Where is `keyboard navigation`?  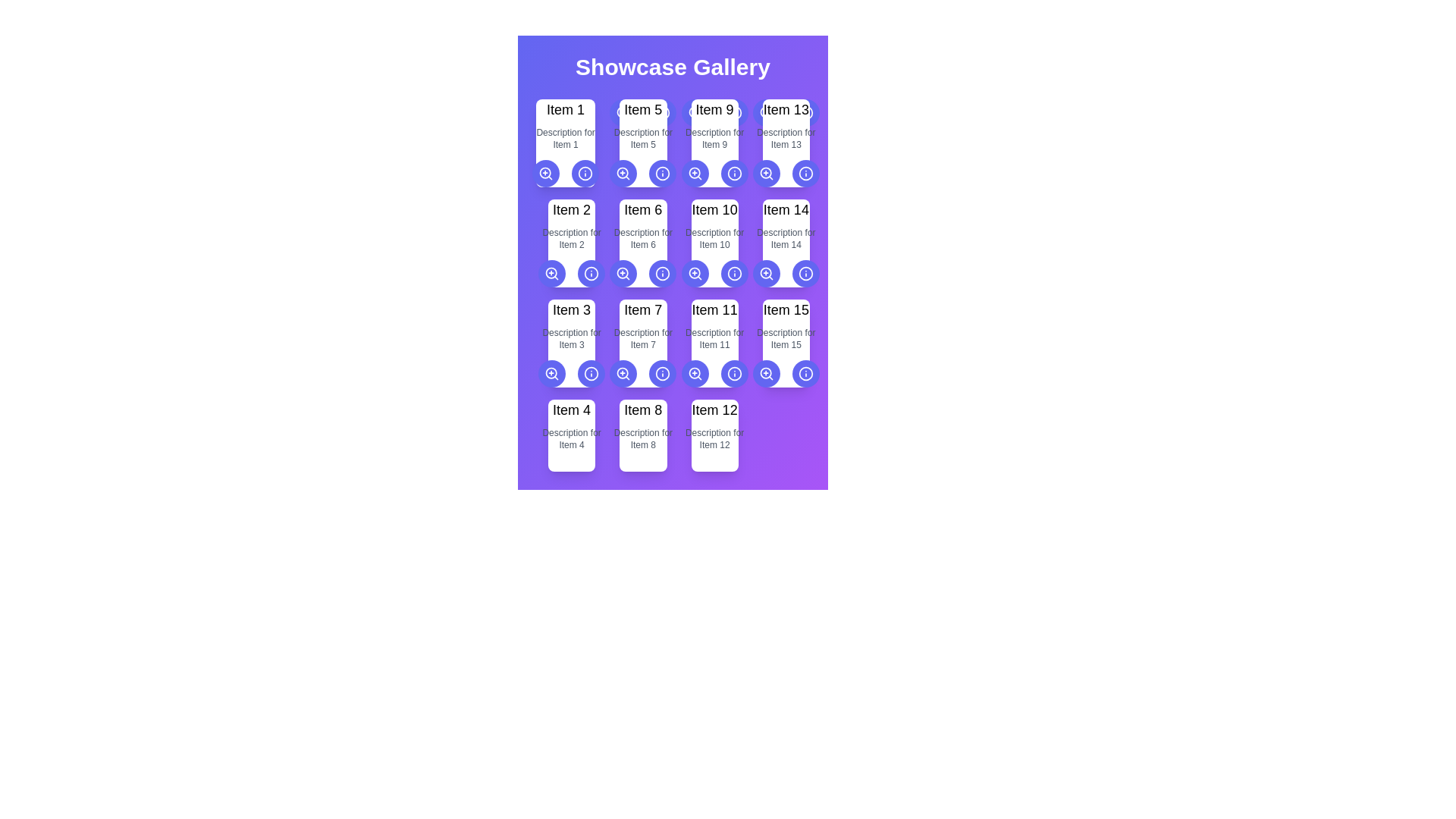
keyboard navigation is located at coordinates (766, 374).